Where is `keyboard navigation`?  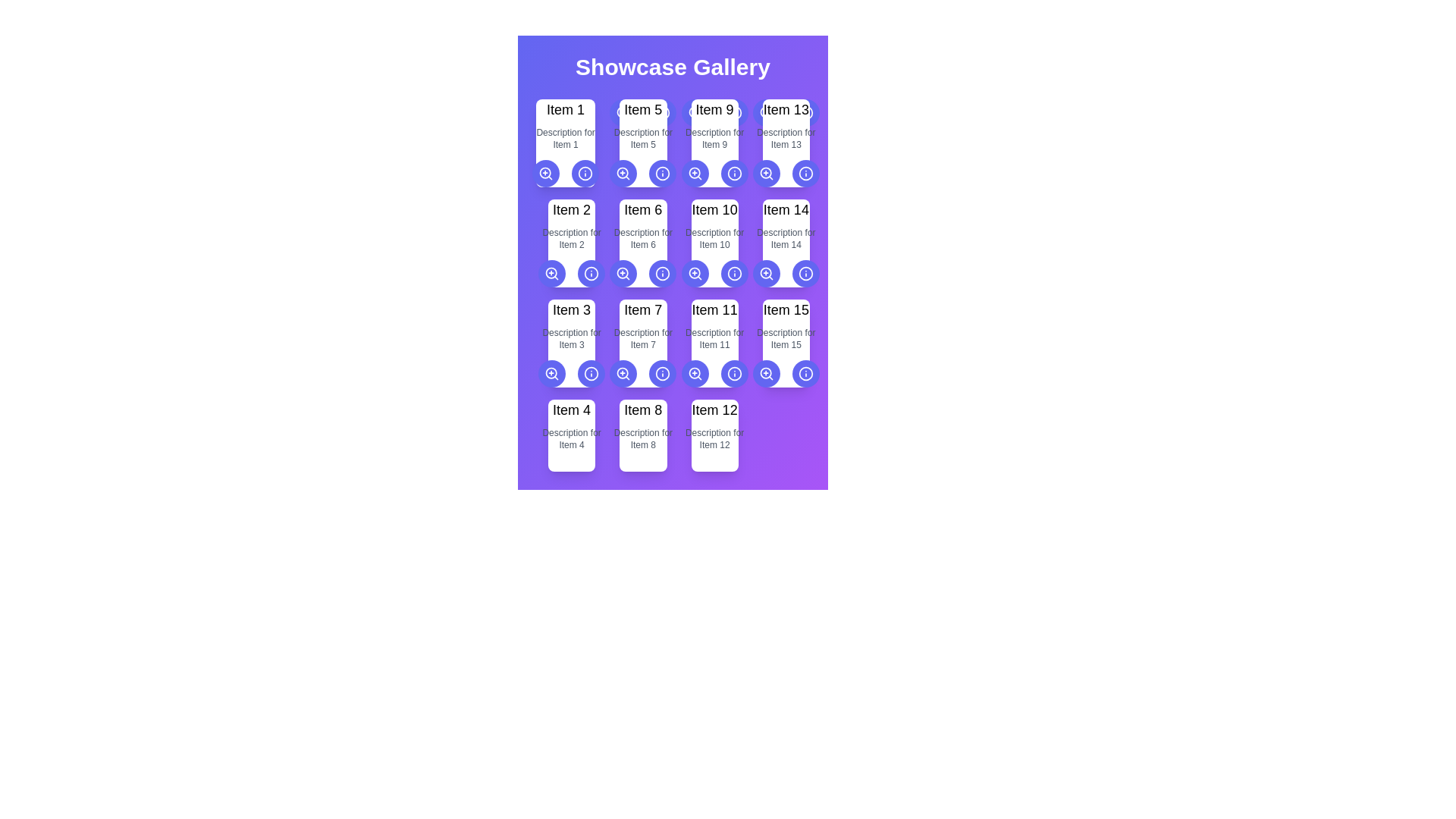
keyboard navigation is located at coordinates (766, 374).